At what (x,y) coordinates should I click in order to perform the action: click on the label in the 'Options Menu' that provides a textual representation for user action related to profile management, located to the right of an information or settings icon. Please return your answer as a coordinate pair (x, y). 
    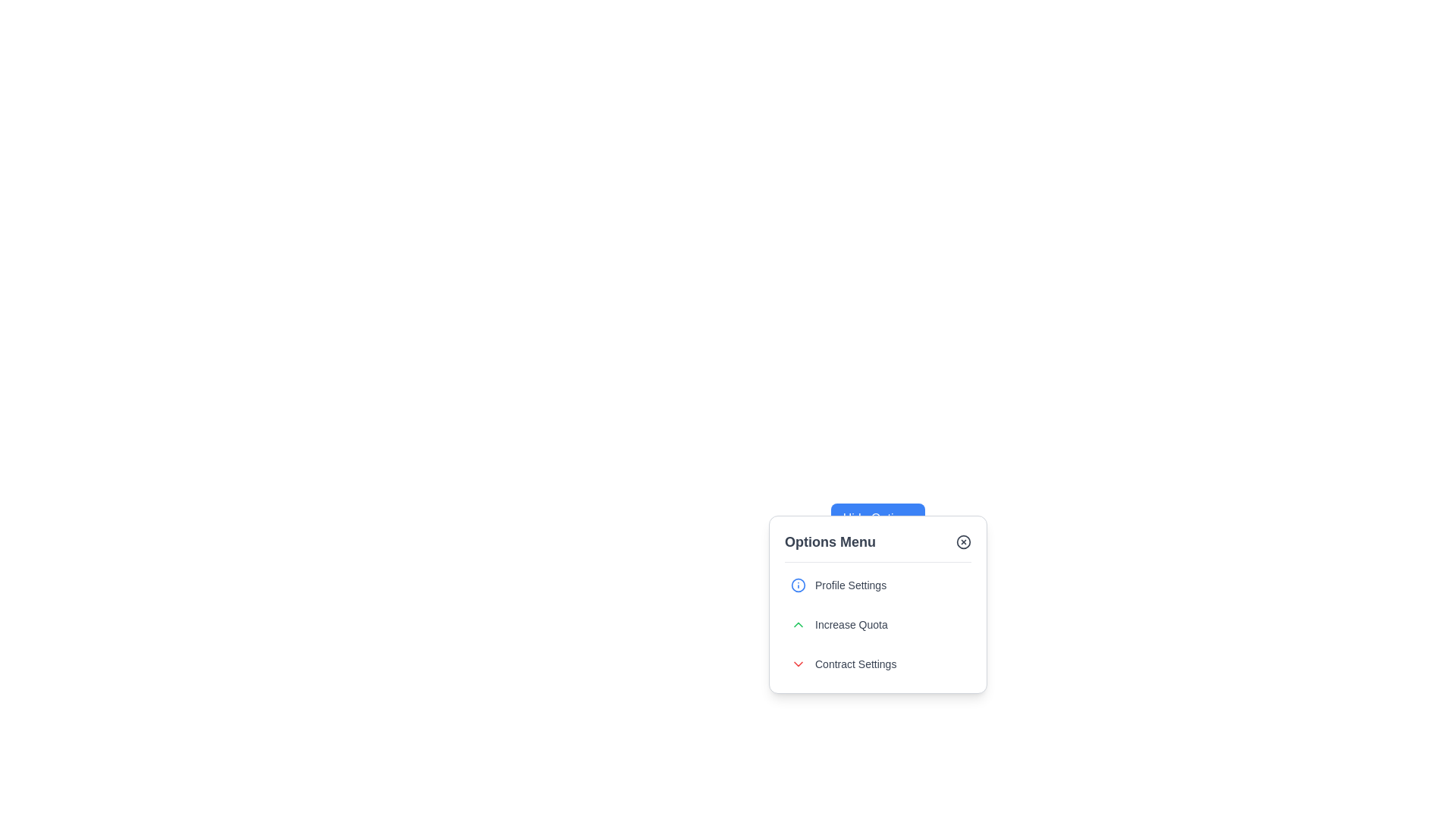
    Looking at the image, I should click on (851, 584).